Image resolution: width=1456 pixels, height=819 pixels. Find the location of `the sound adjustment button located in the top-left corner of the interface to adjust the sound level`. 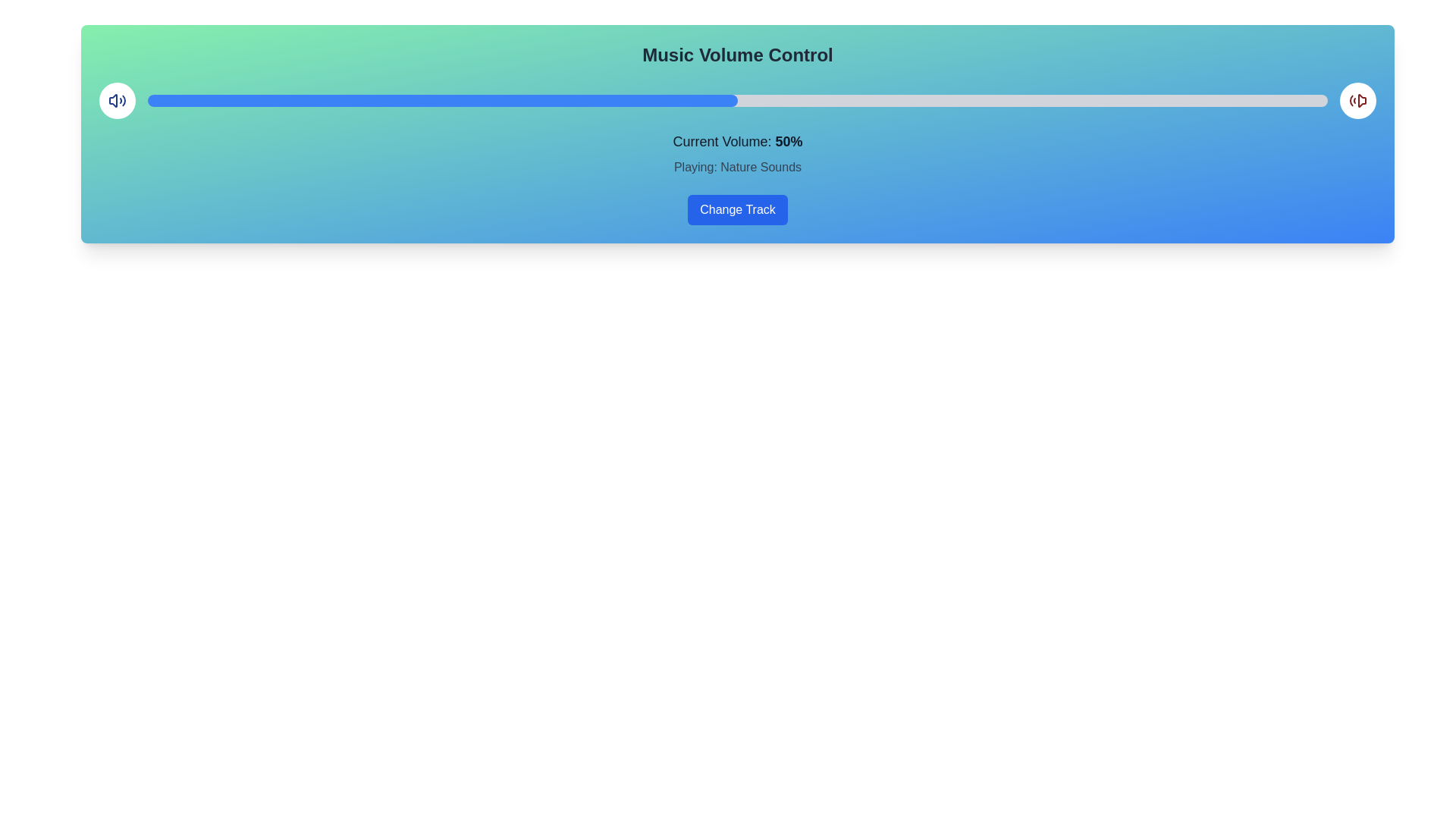

the sound adjustment button located in the top-left corner of the interface to adjust the sound level is located at coordinates (116, 100).